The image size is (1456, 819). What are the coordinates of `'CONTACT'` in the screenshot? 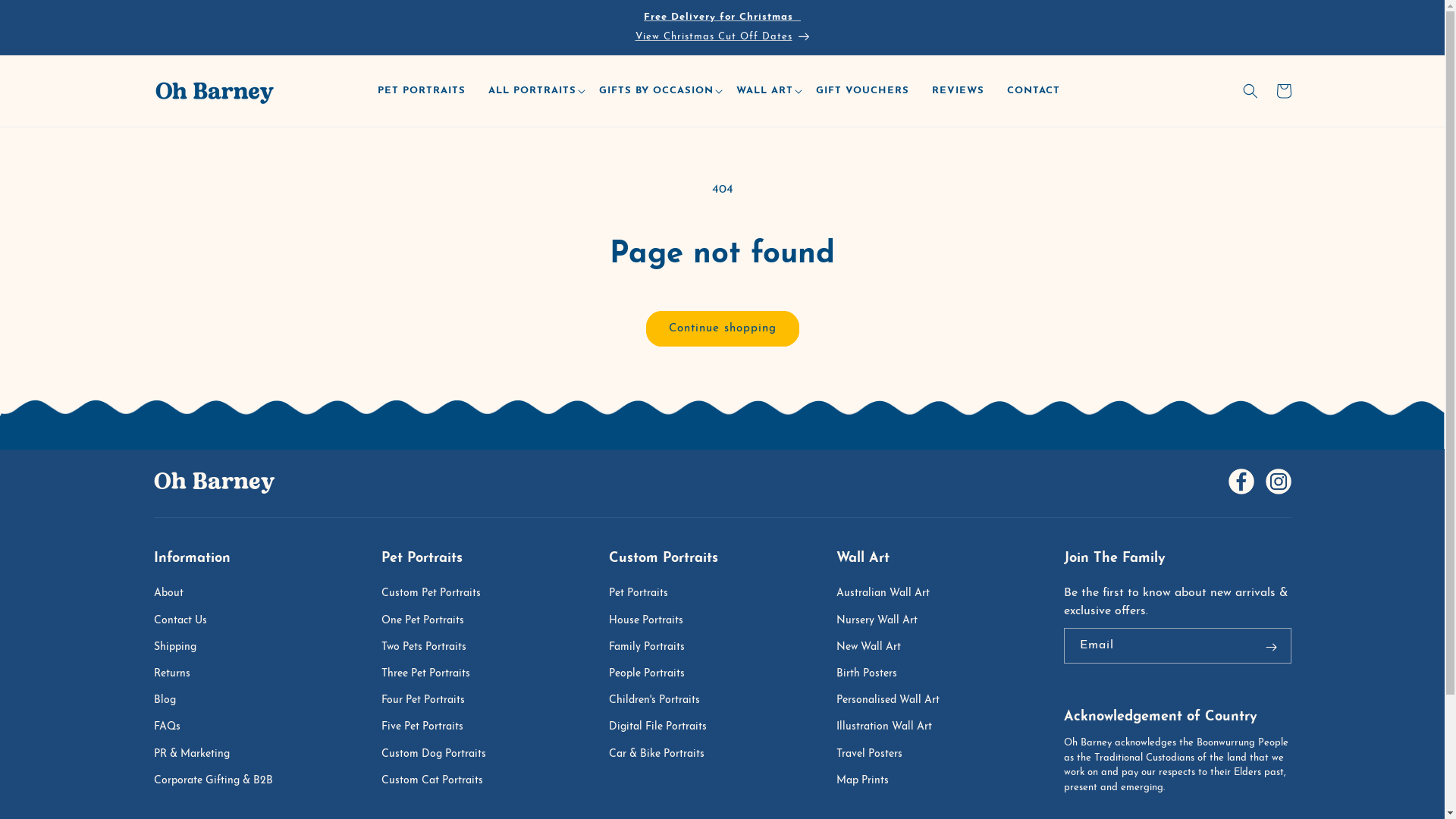 It's located at (1037, 91).